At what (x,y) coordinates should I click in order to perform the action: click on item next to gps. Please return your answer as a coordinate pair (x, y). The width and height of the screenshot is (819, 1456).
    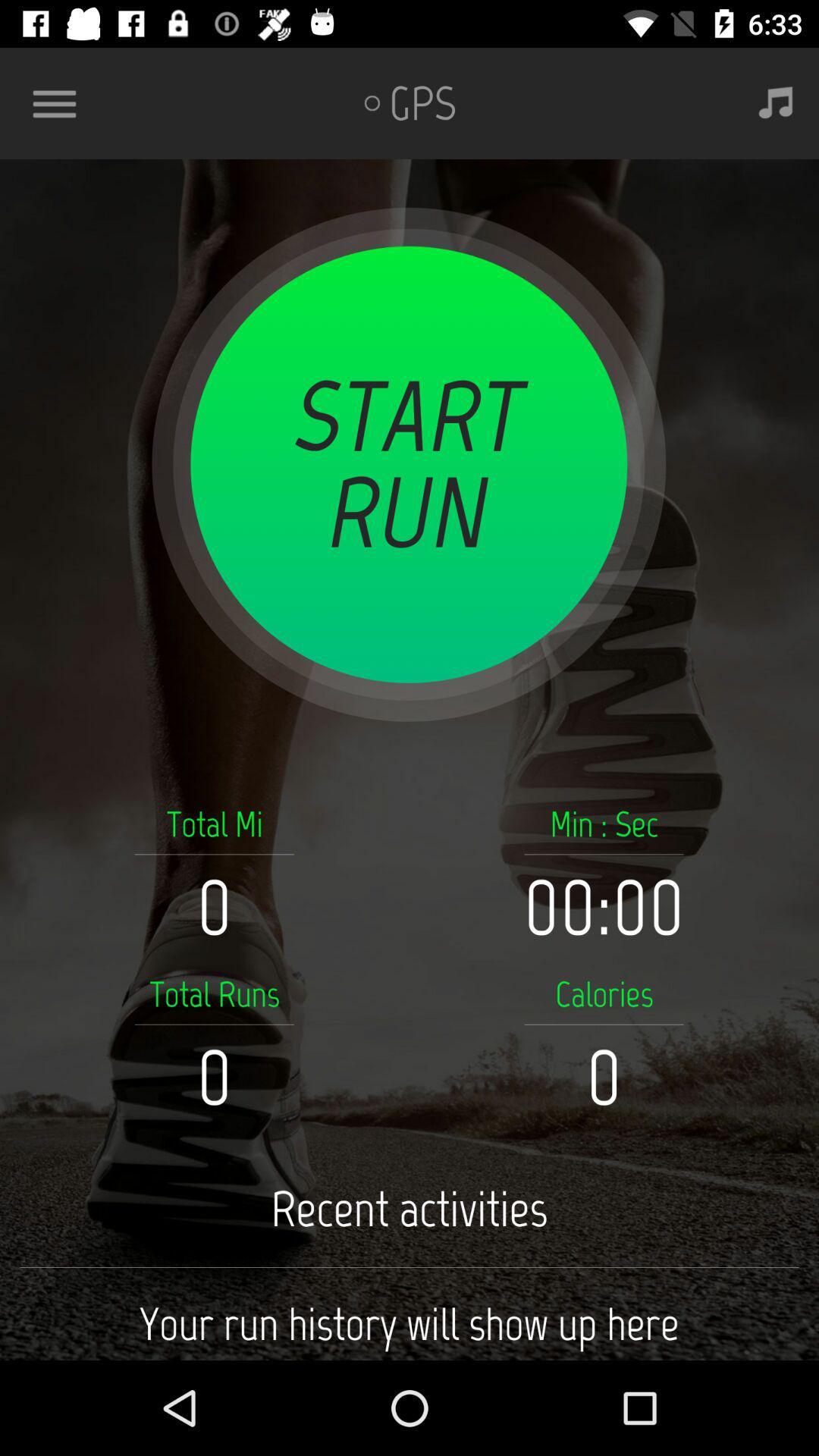
    Looking at the image, I should click on (776, 102).